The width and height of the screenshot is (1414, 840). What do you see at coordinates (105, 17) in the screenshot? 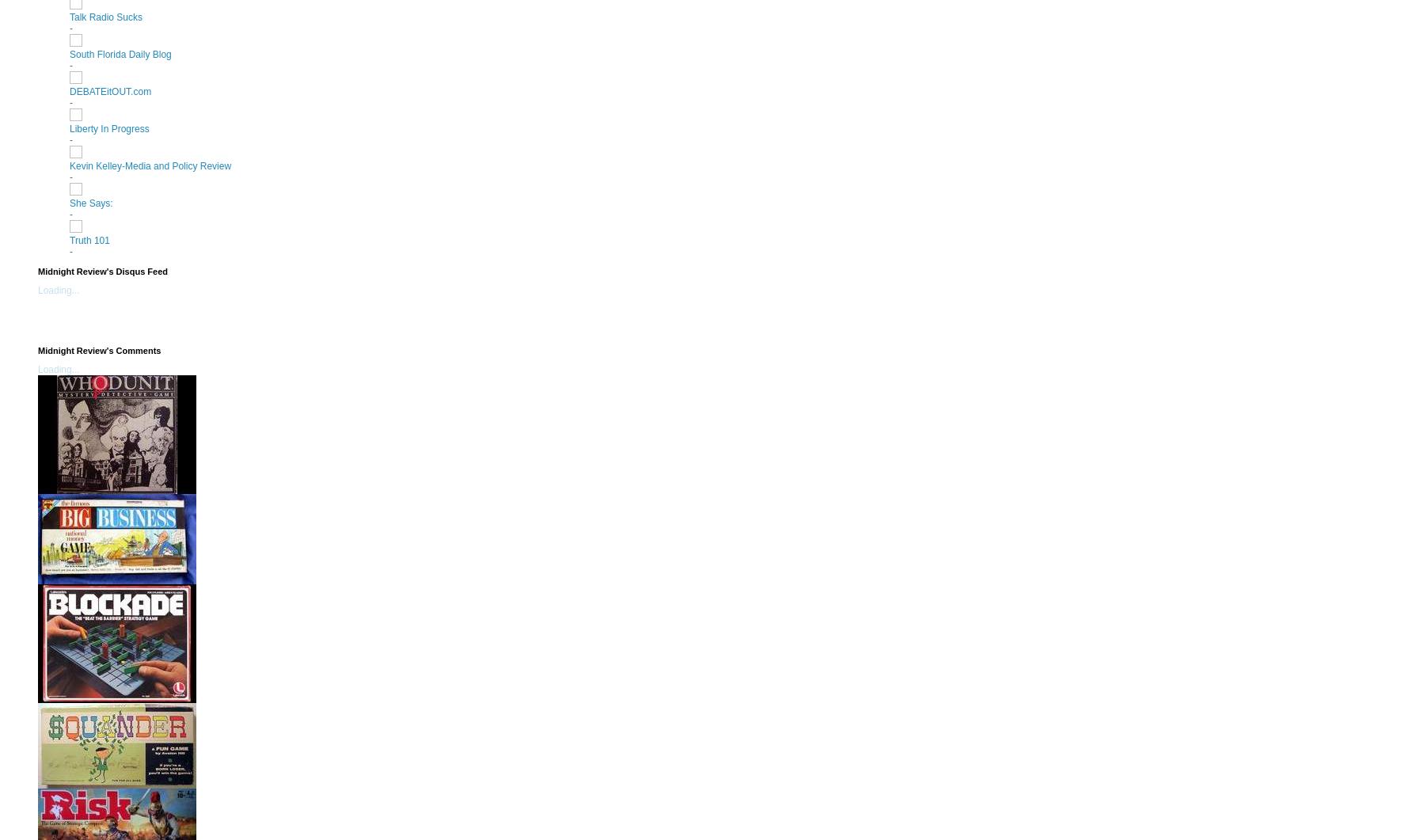
I see `'Talk Radio Sucks'` at bounding box center [105, 17].